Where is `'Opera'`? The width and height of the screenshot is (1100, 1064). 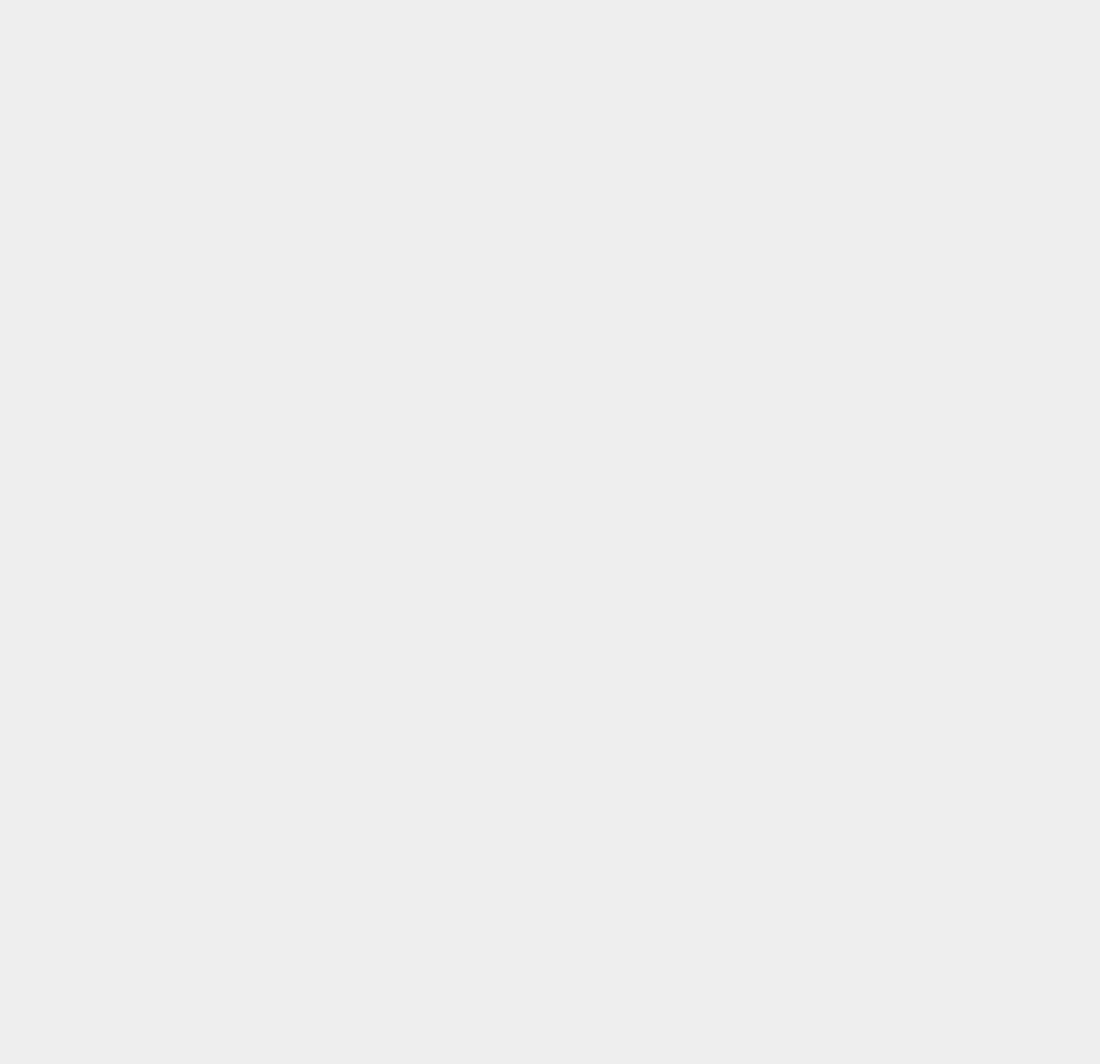
'Opera' is located at coordinates (796, 654).